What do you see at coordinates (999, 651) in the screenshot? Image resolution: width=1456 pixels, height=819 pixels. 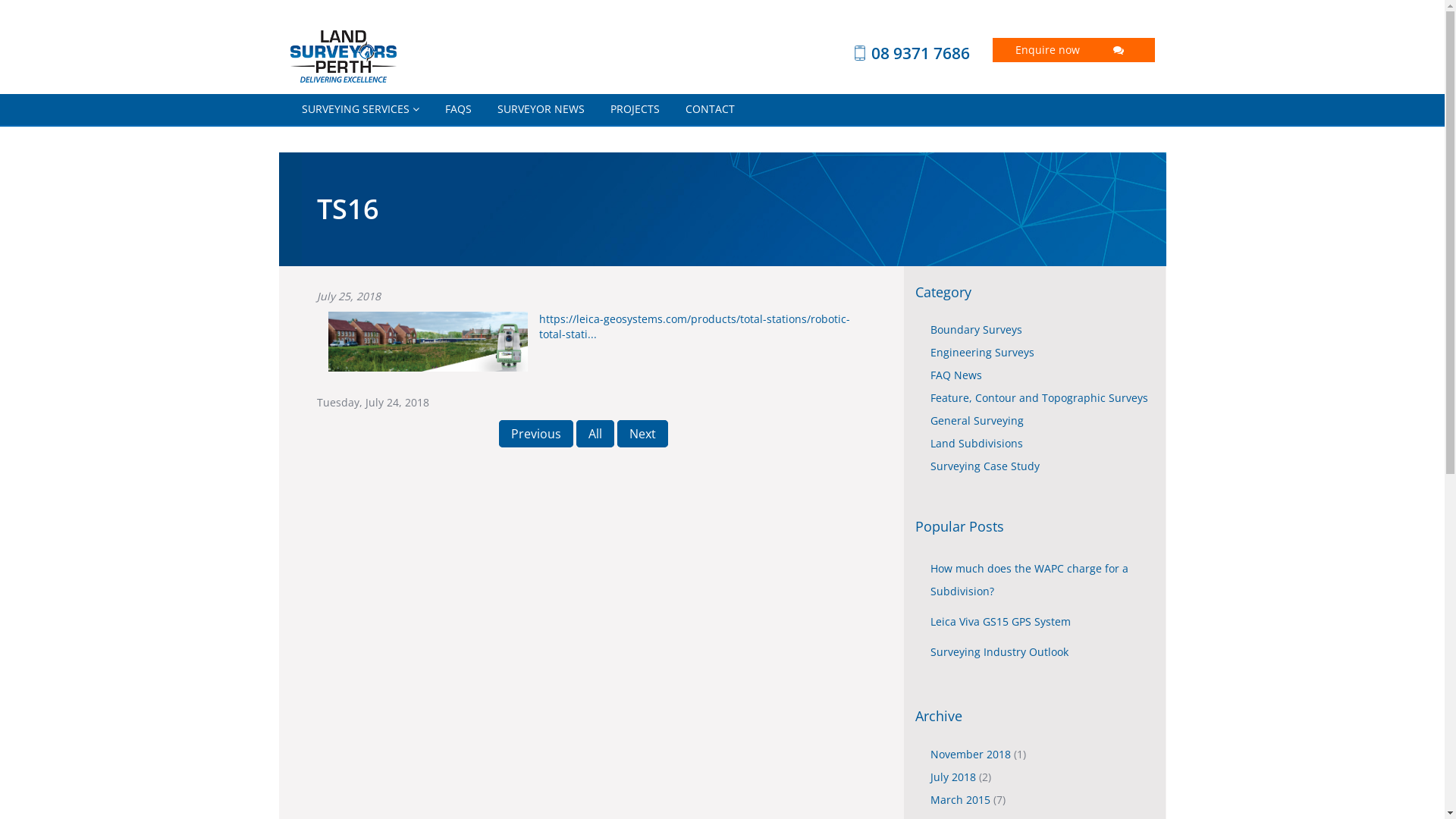 I see `'Surveying Industry Outlook'` at bounding box center [999, 651].